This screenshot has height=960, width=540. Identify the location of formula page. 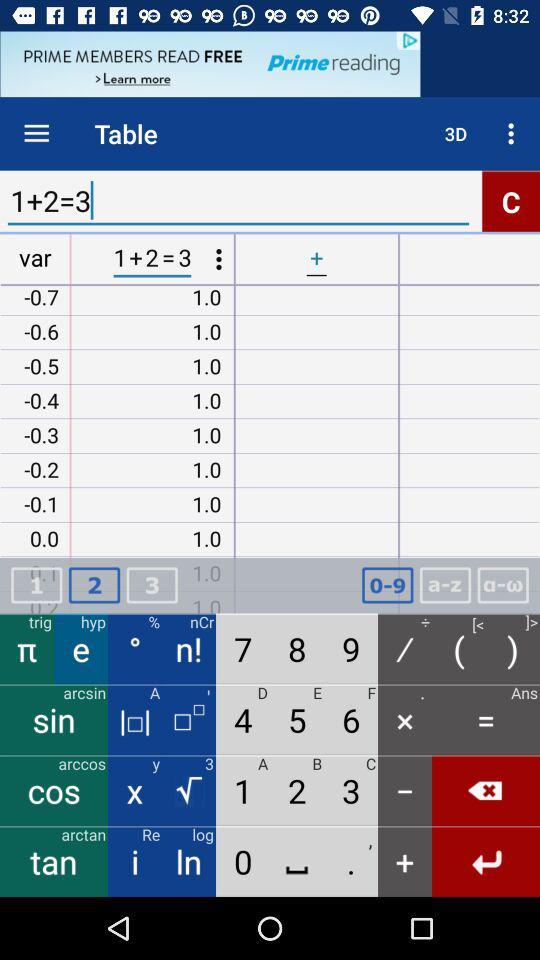
(502, 585).